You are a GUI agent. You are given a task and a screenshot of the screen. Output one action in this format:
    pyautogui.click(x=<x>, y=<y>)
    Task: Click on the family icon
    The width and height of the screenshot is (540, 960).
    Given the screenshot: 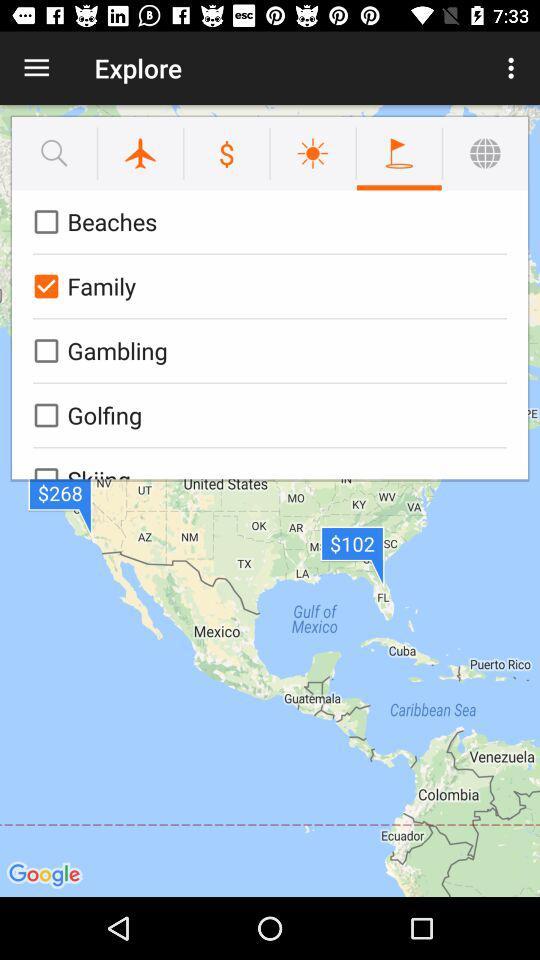 What is the action you would take?
    pyautogui.click(x=266, y=285)
    